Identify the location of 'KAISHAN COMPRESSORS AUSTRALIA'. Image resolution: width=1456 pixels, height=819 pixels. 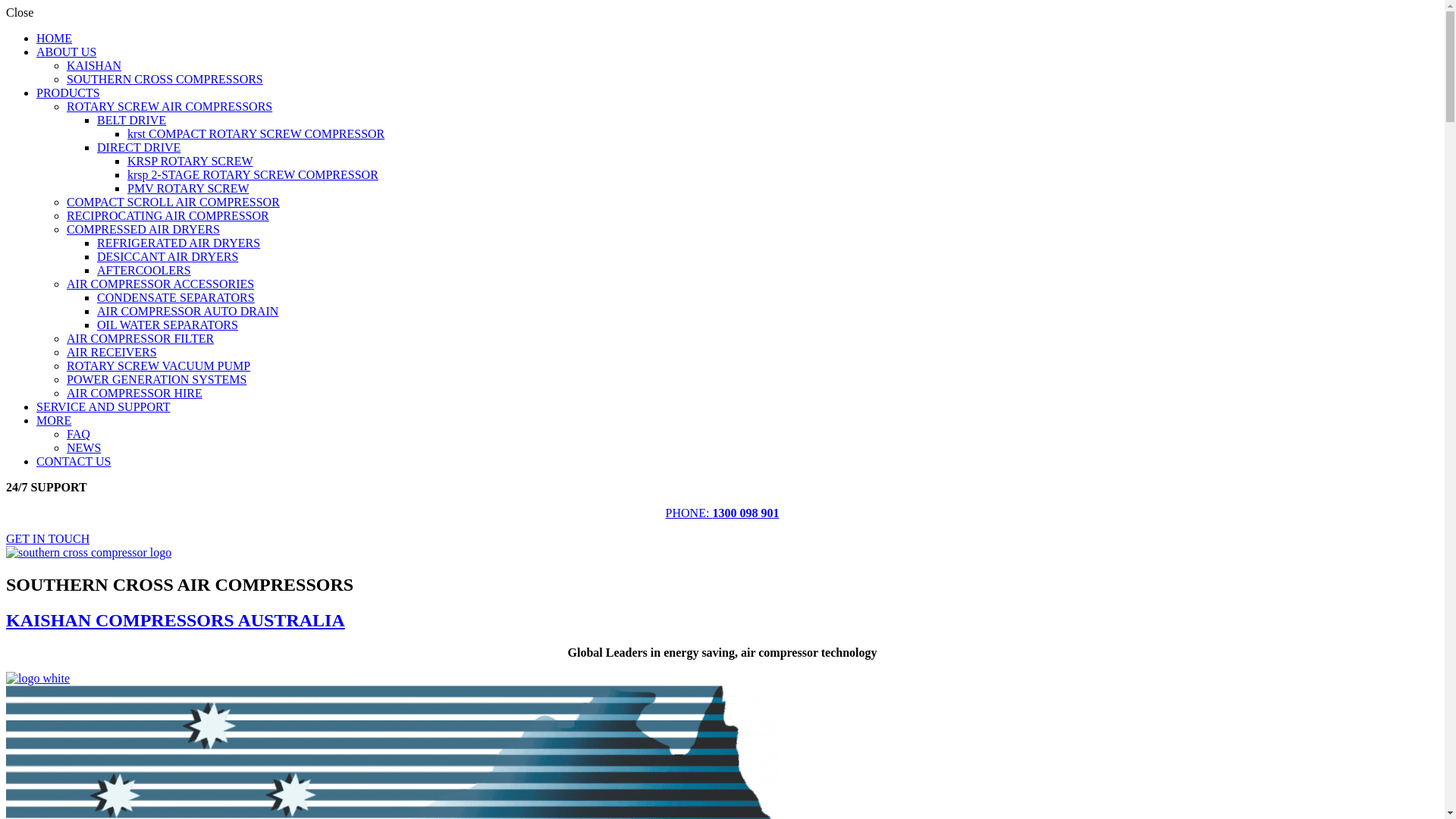
(175, 620).